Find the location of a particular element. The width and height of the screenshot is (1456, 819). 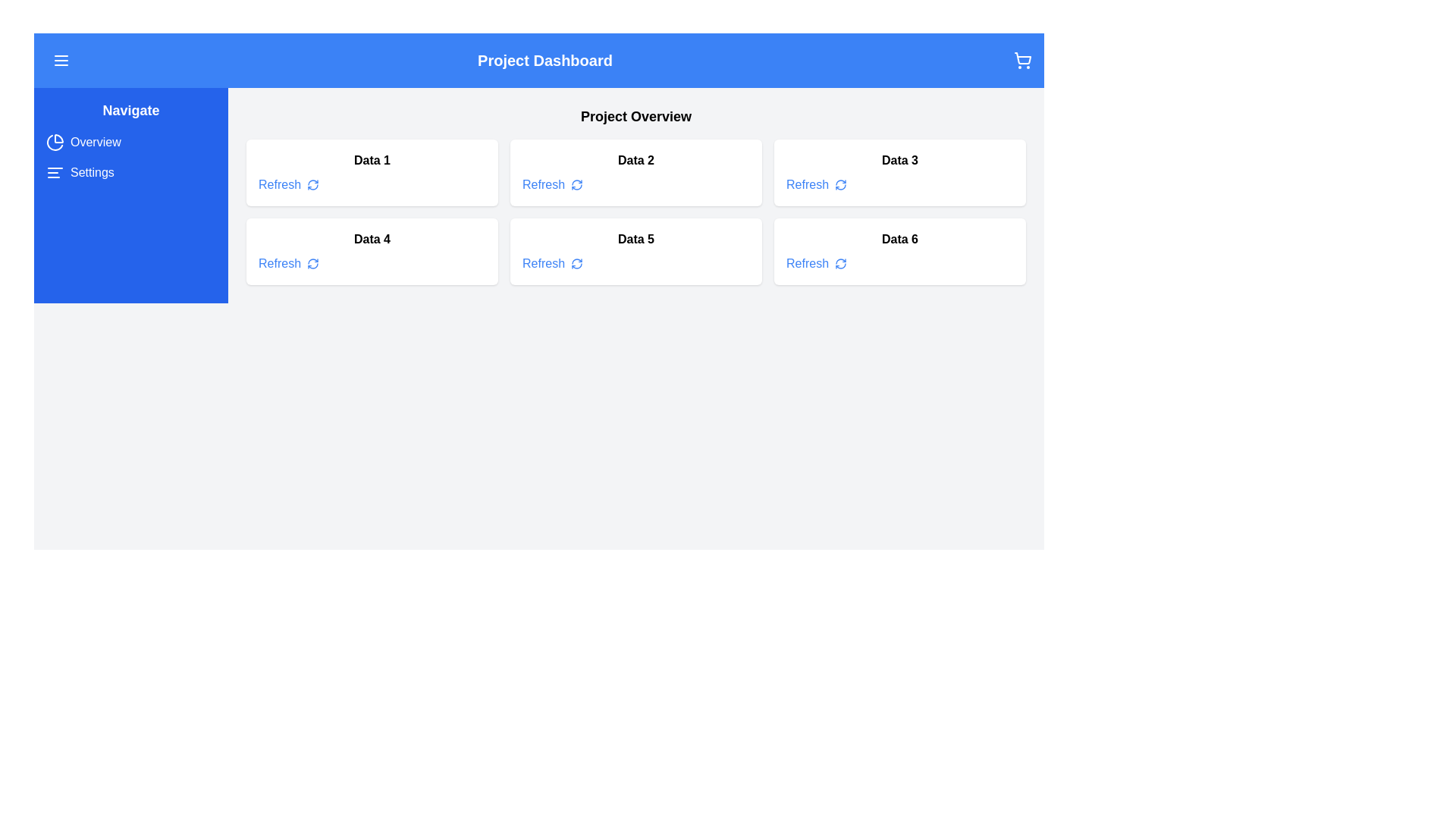

the circular refresh icon button with a blue stroke, located to the right of the 'Refresh' text in the 'Data 2' section of the Project Overview grid is located at coordinates (576, 184).